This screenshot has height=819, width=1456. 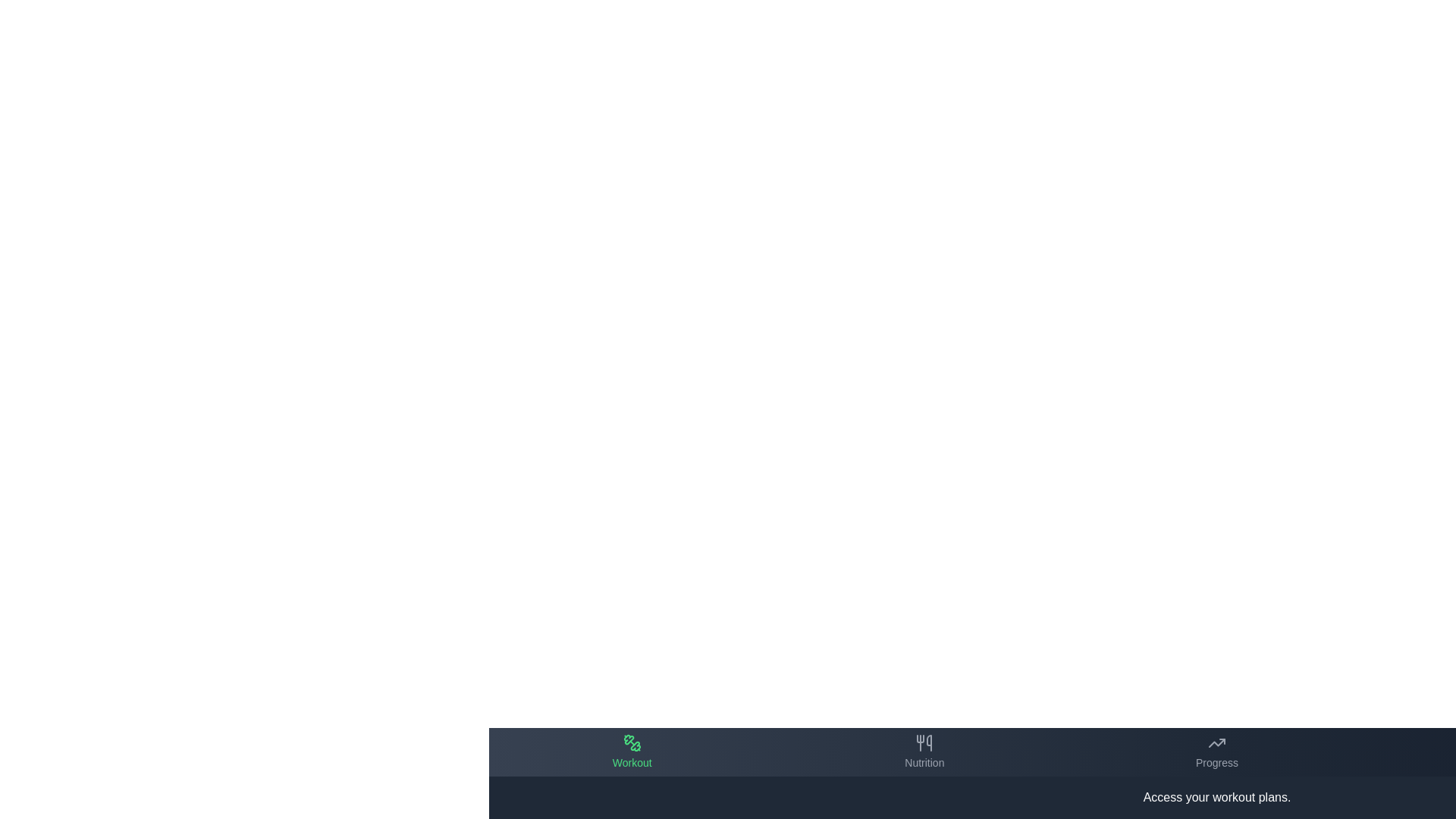 I want to click on the tab labeled Workout to preview its hover effect, so click(x=632, y=752).